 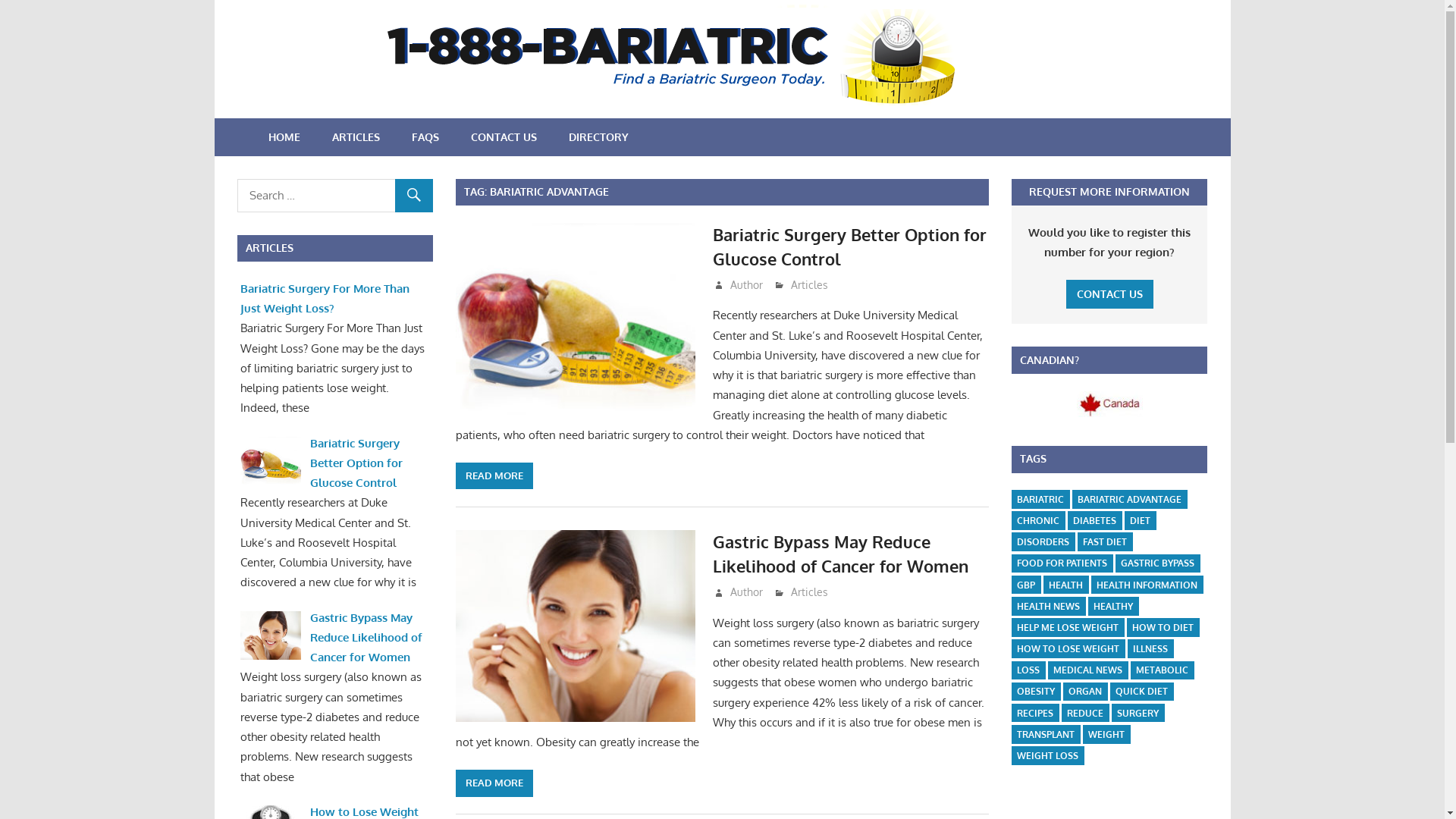 I want to click on 'FOOD FOR PATIENTS', so click(x=1061, y=563).